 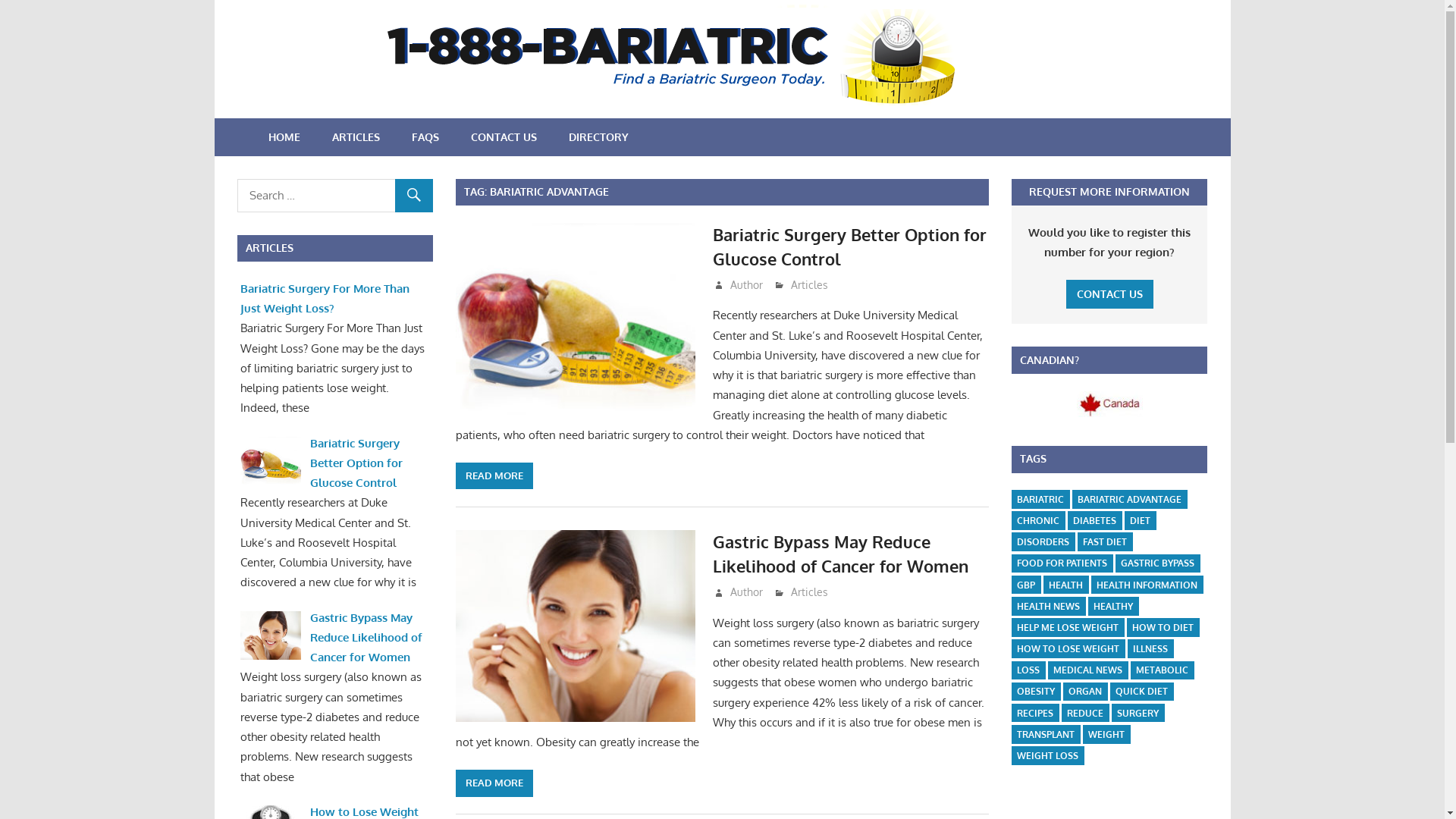 I want to click on 'FOOD FOR PATIENTS', so click(x=1061, y=563).